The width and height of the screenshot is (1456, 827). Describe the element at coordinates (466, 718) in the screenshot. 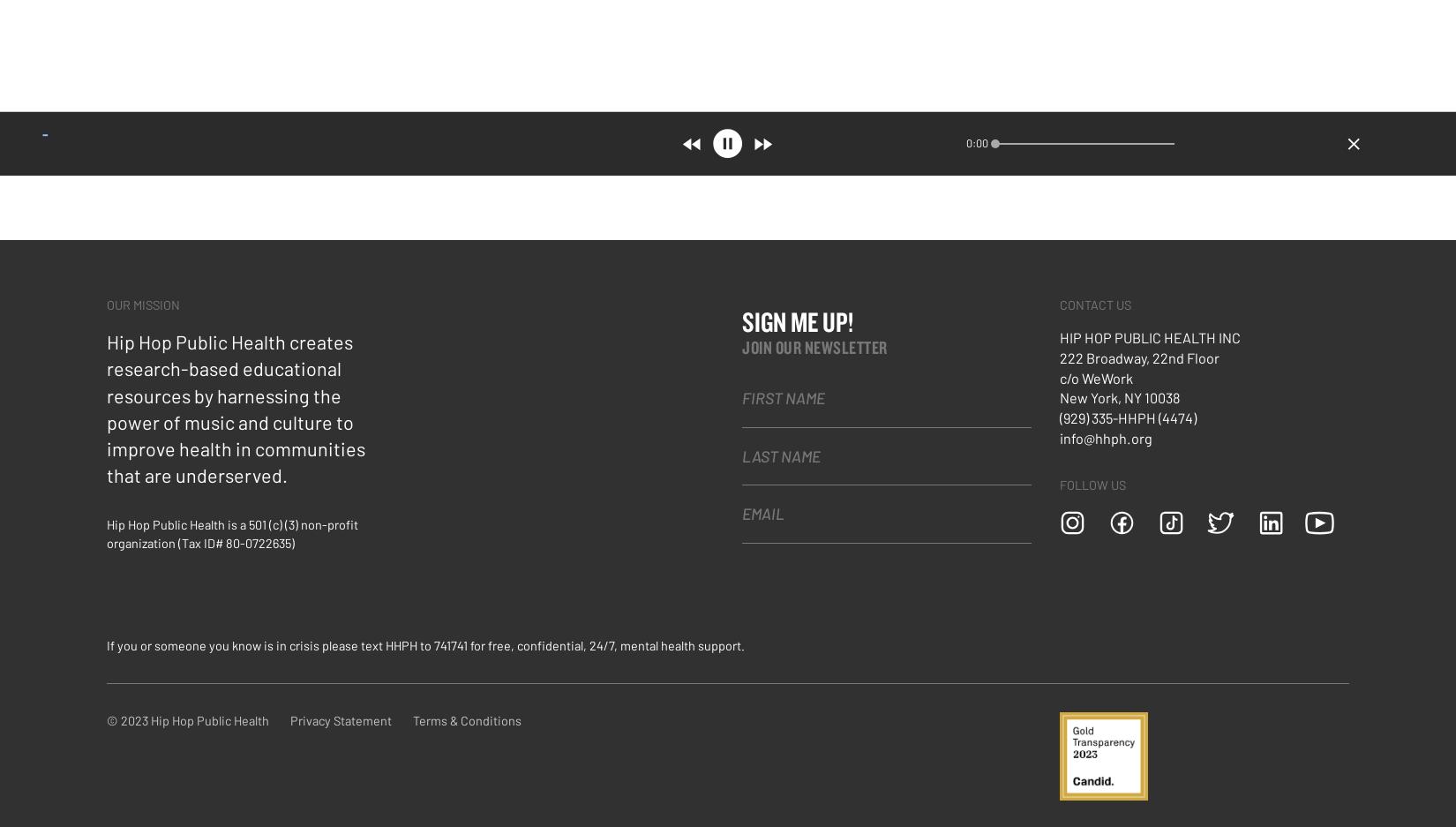

I see `'Terms & Conditions'` at that location.